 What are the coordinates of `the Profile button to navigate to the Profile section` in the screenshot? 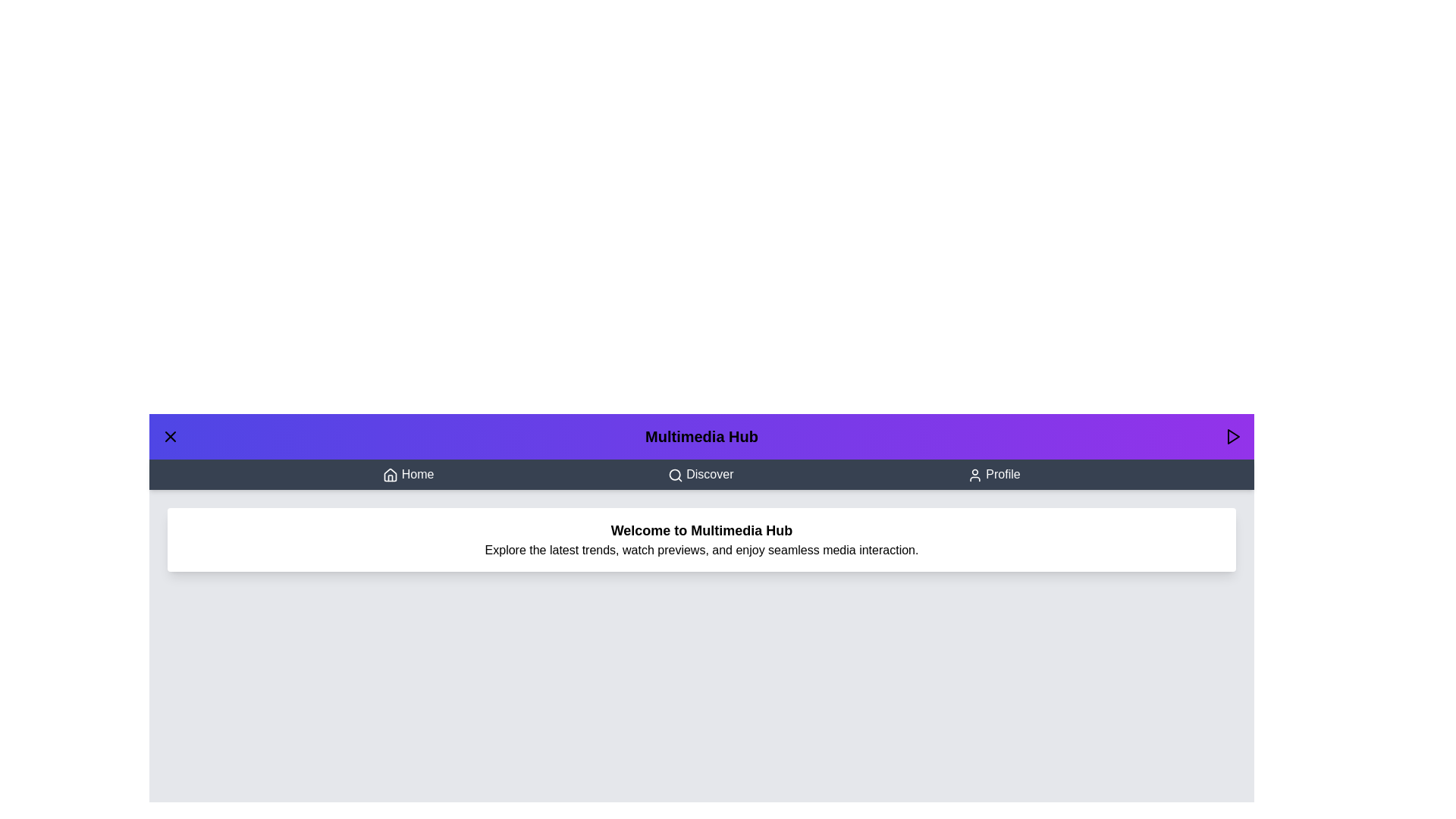 It's located at (993, 473).